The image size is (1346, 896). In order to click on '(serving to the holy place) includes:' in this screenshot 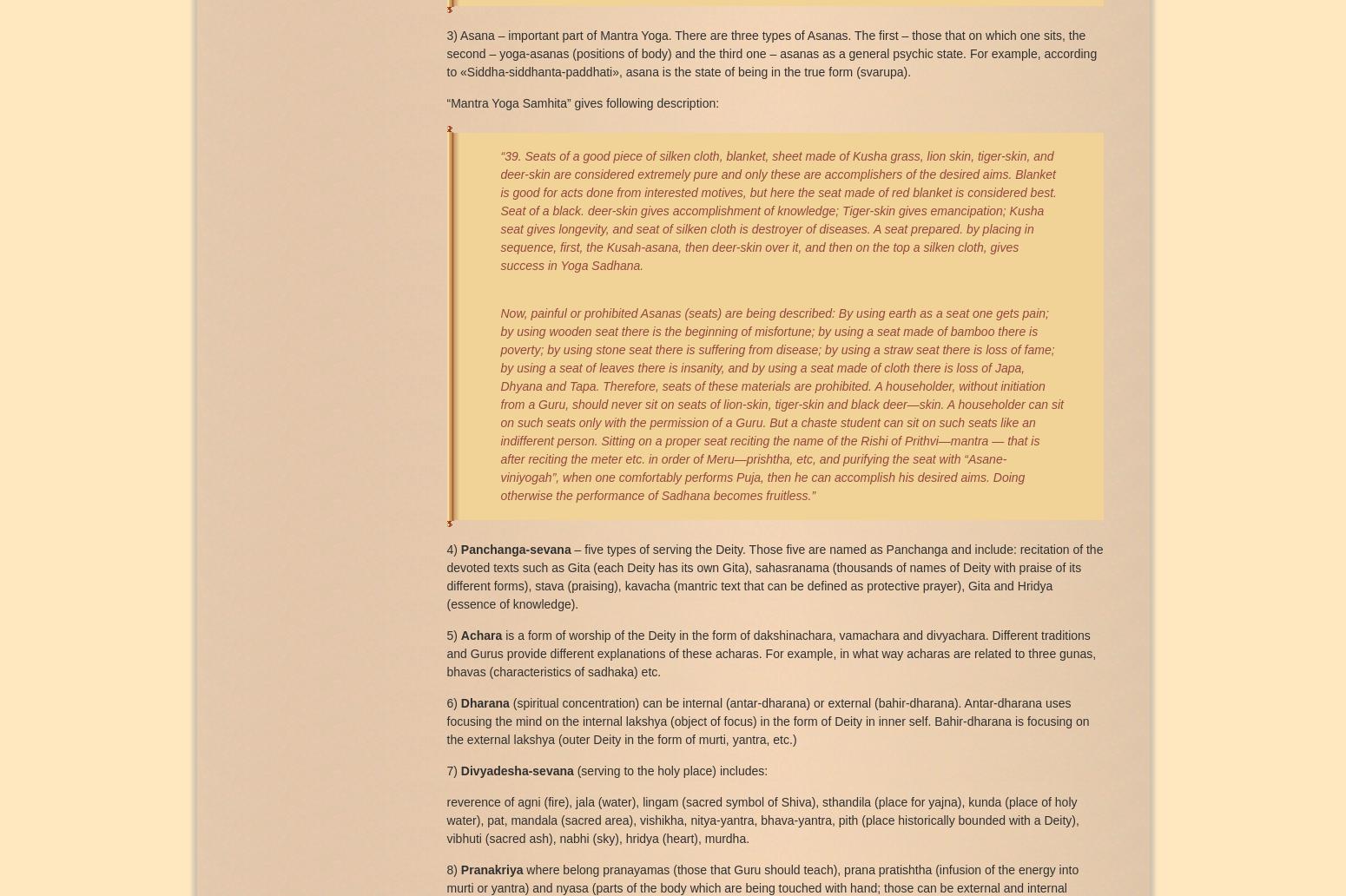, I will do `click(670, 770)`.